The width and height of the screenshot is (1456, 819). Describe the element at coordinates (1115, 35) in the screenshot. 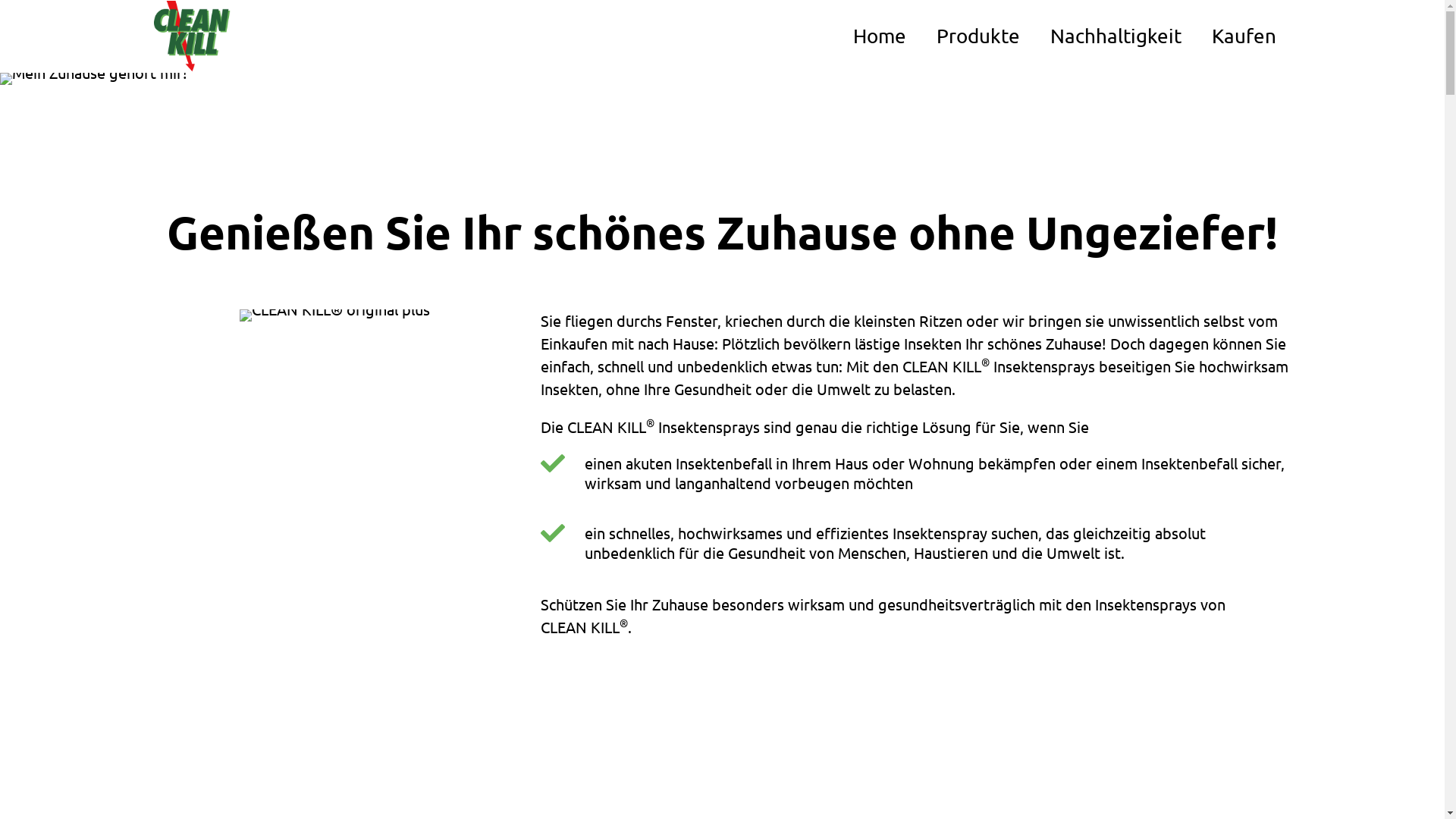

I see `'Nachhaltigkeit'` at that location.